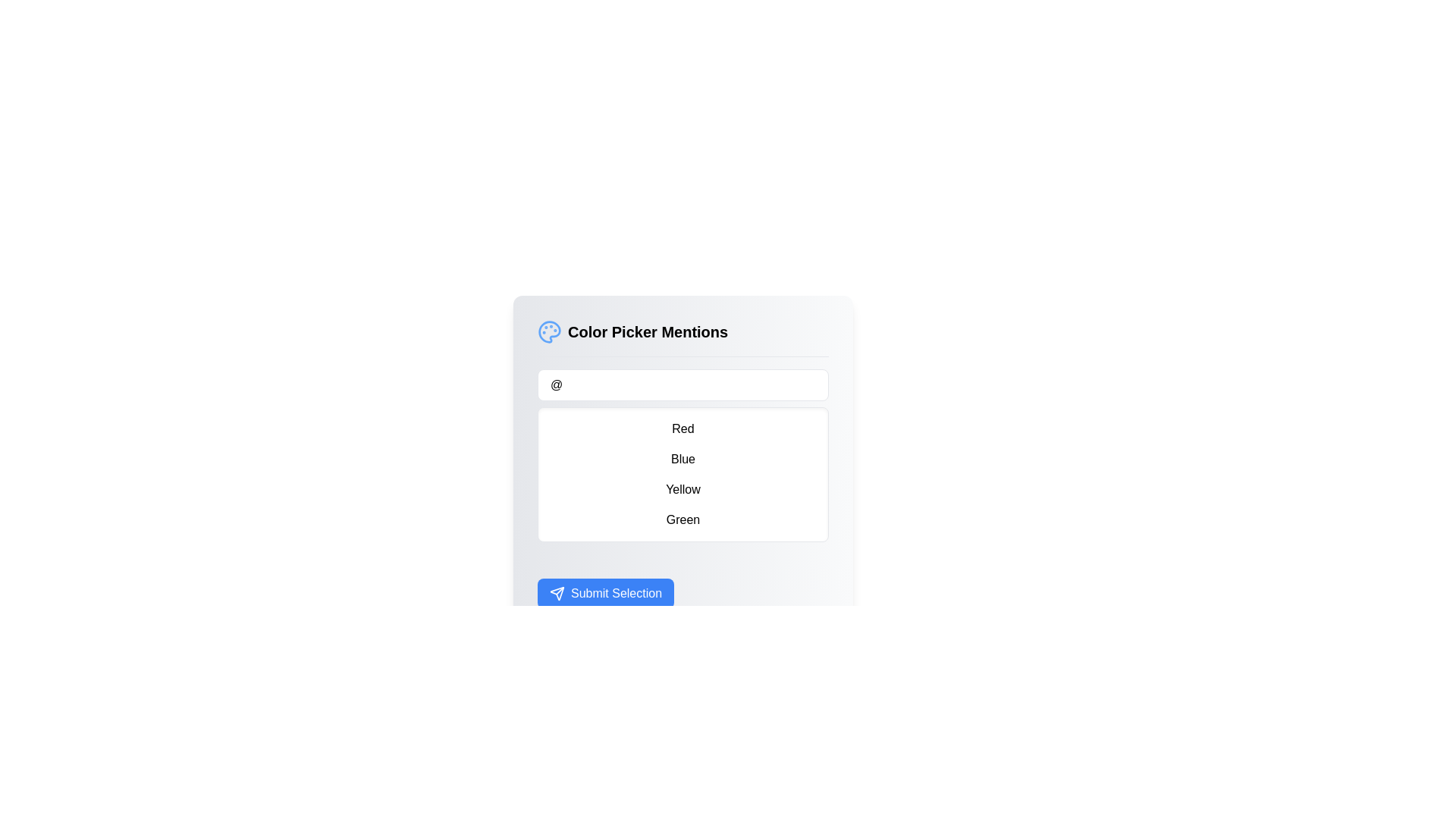 The width and height of the screenshot is (1456, 819). I want to click on the label that serves as a title or heading, located to the right of a circular icon resembling a palette in the upper section of the interface, so click(648, 331).